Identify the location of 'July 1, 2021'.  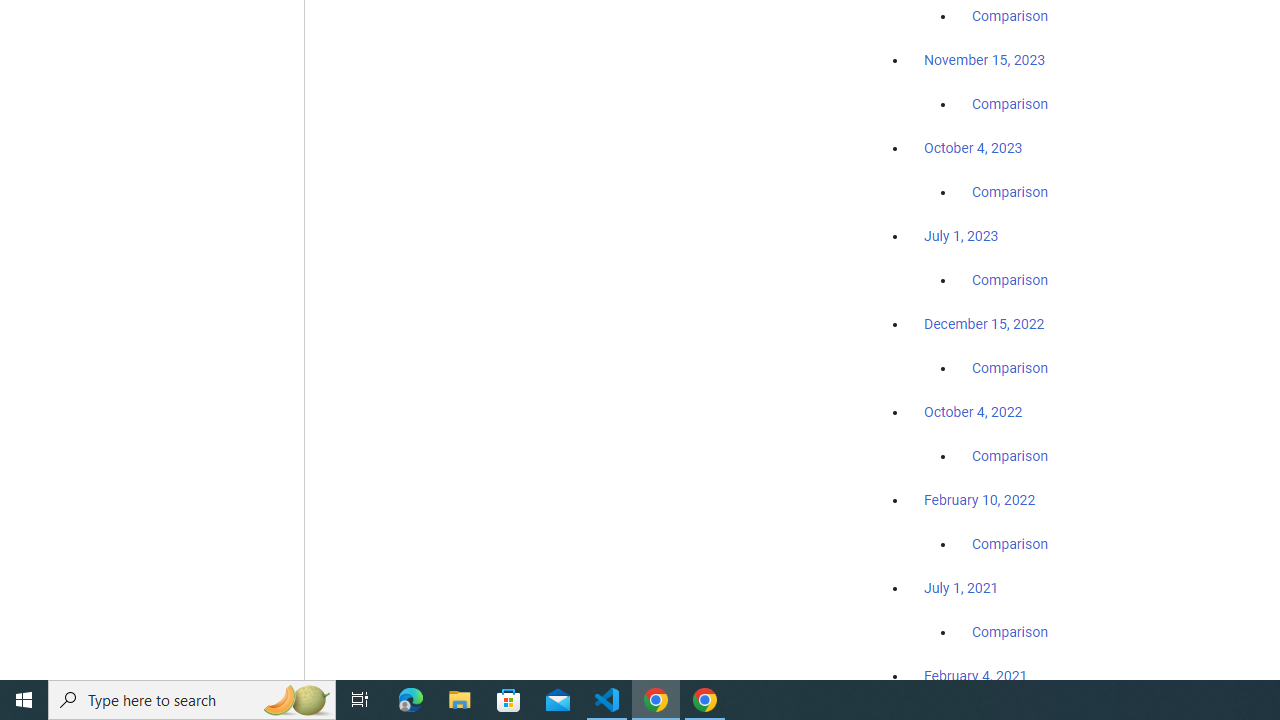
(961, 586).